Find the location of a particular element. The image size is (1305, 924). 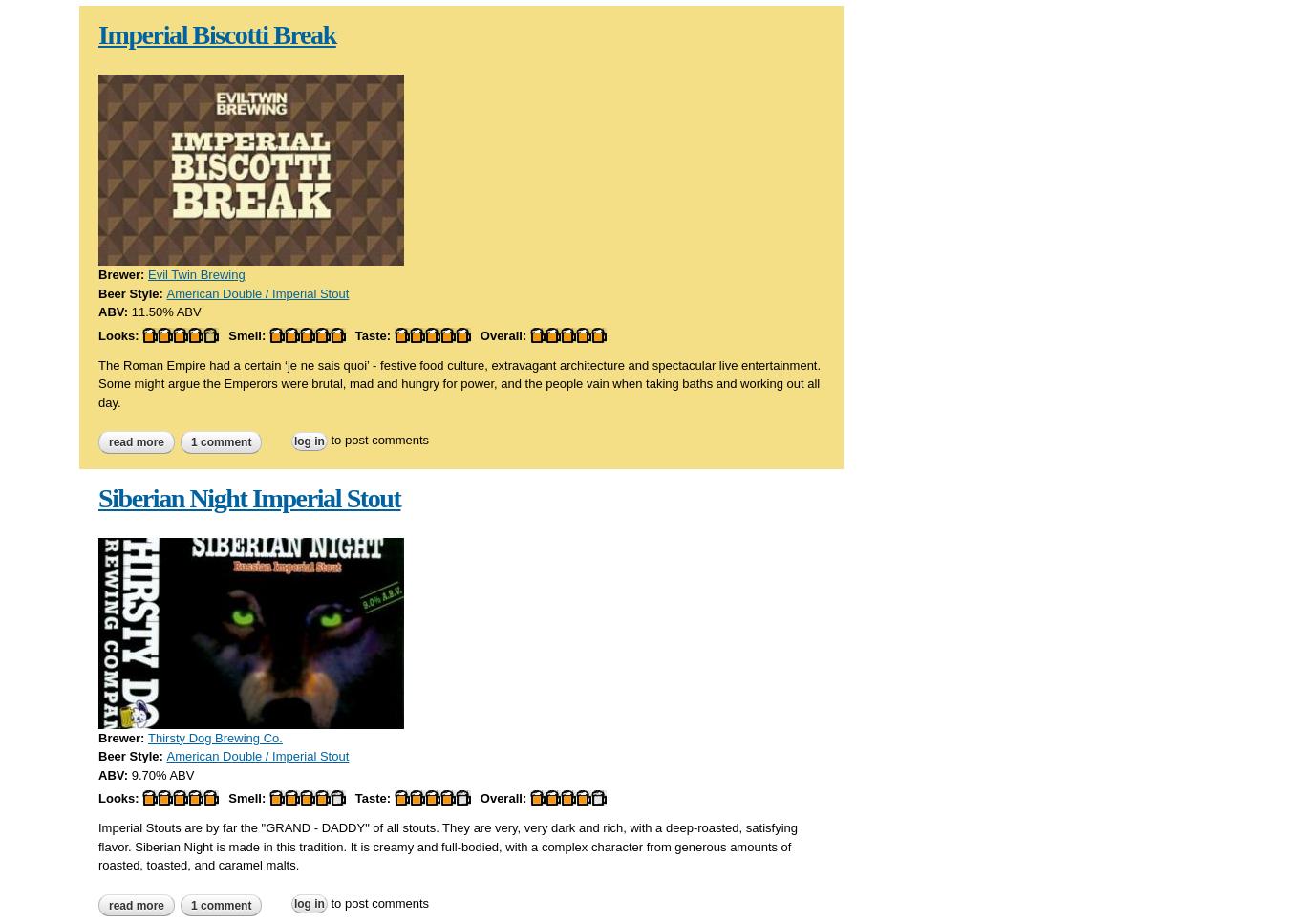

'Siberian Night Imperial Stout' is located at coordinates (249, 496).